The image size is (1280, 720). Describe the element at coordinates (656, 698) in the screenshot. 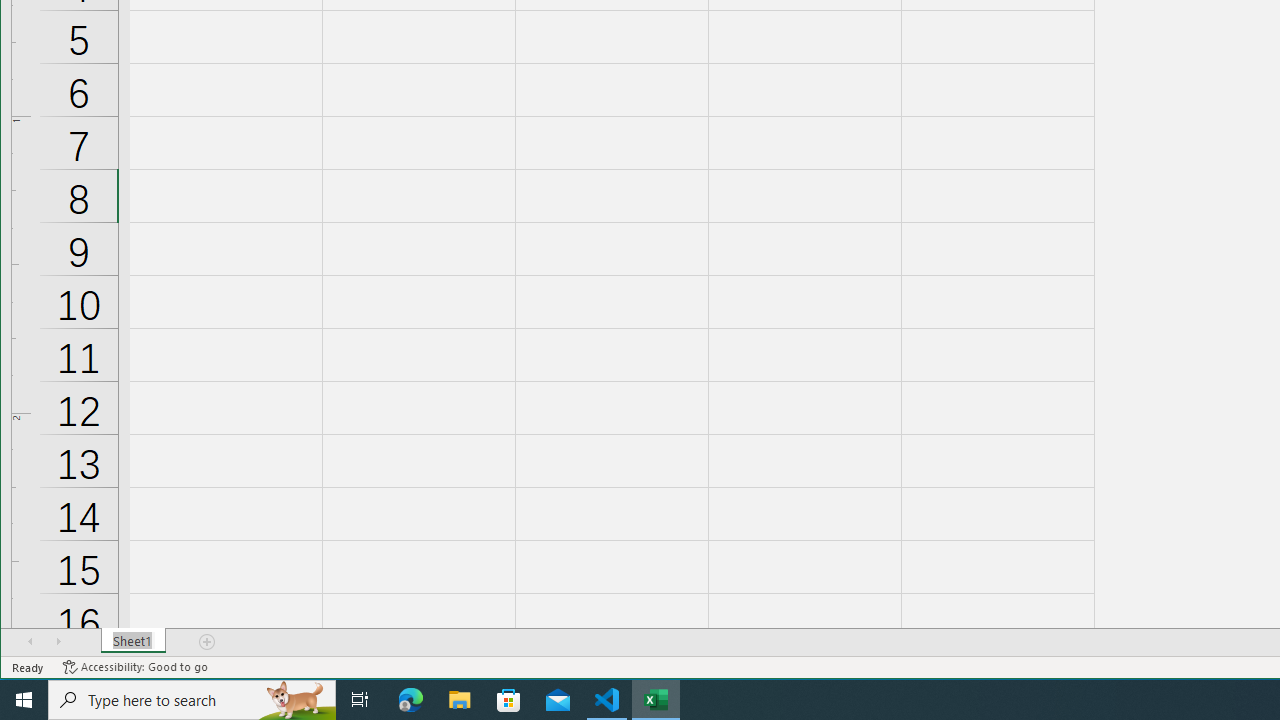

I see `'Excel - 1 running window'` at that location.